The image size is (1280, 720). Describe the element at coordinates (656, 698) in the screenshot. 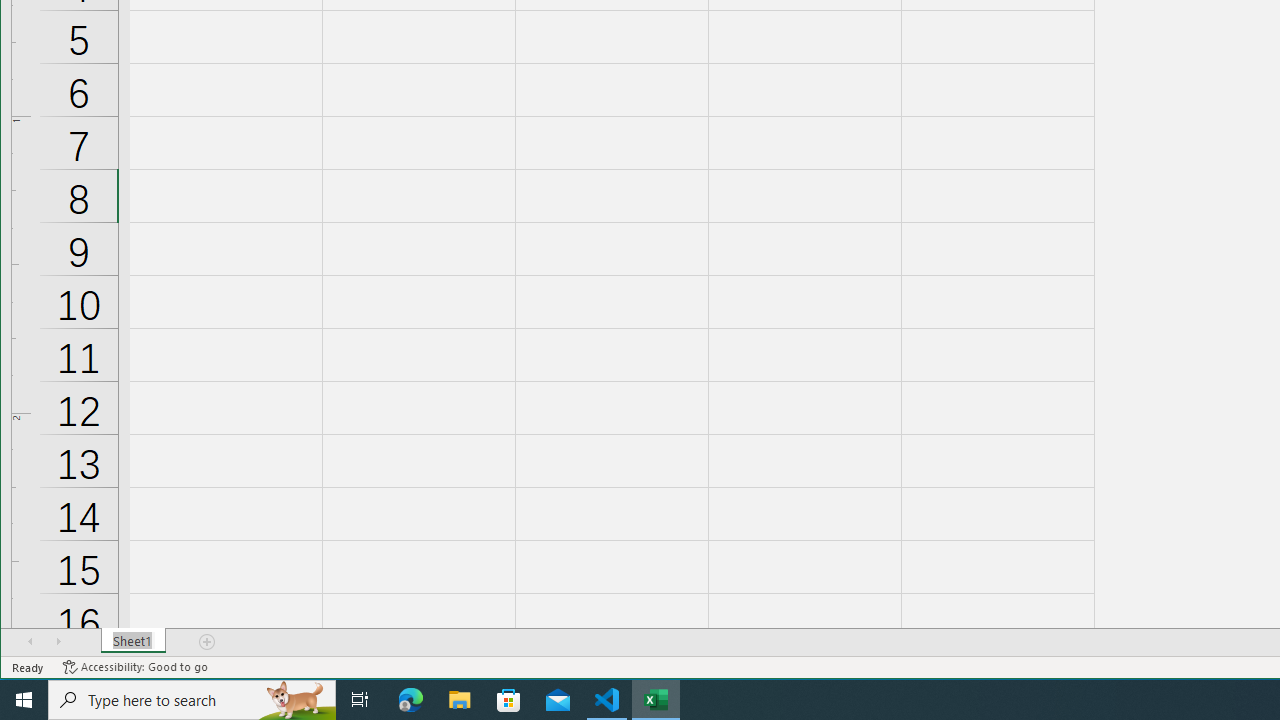

I see `'Excel - 1 running window'` at that location.